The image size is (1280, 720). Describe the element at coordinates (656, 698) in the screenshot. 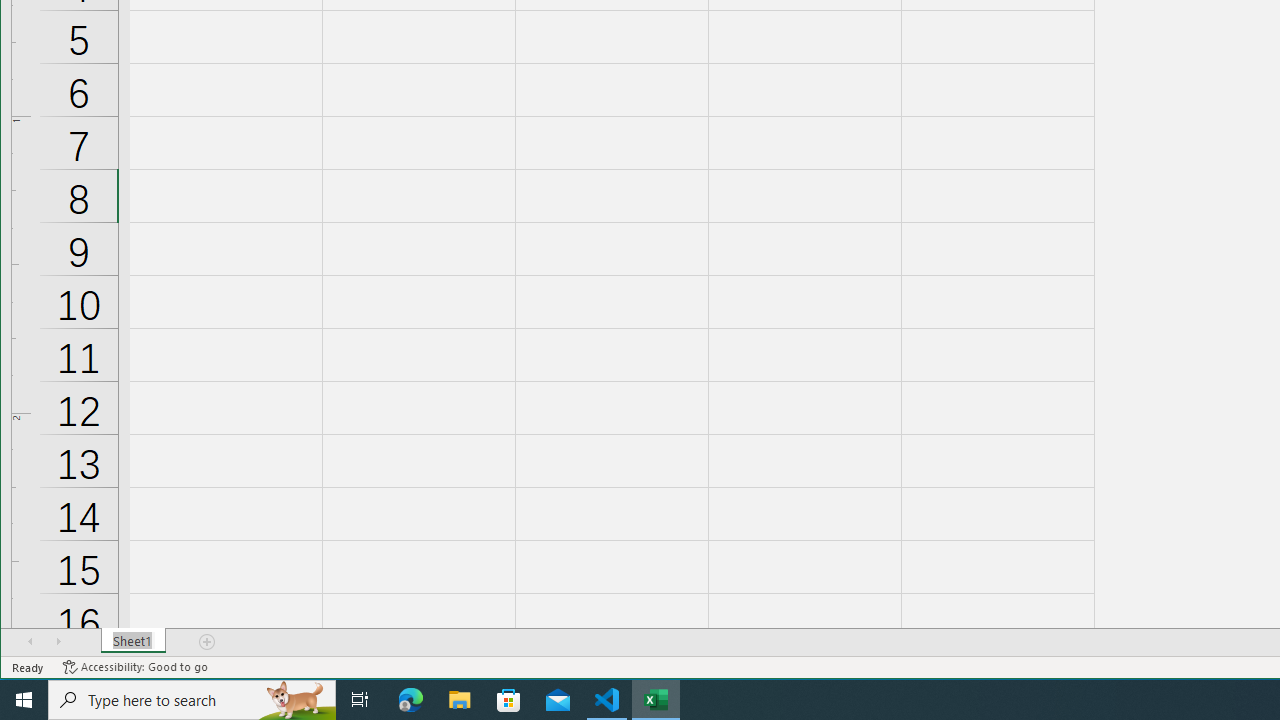

I see `'Excel - 1 running window'` at that location.